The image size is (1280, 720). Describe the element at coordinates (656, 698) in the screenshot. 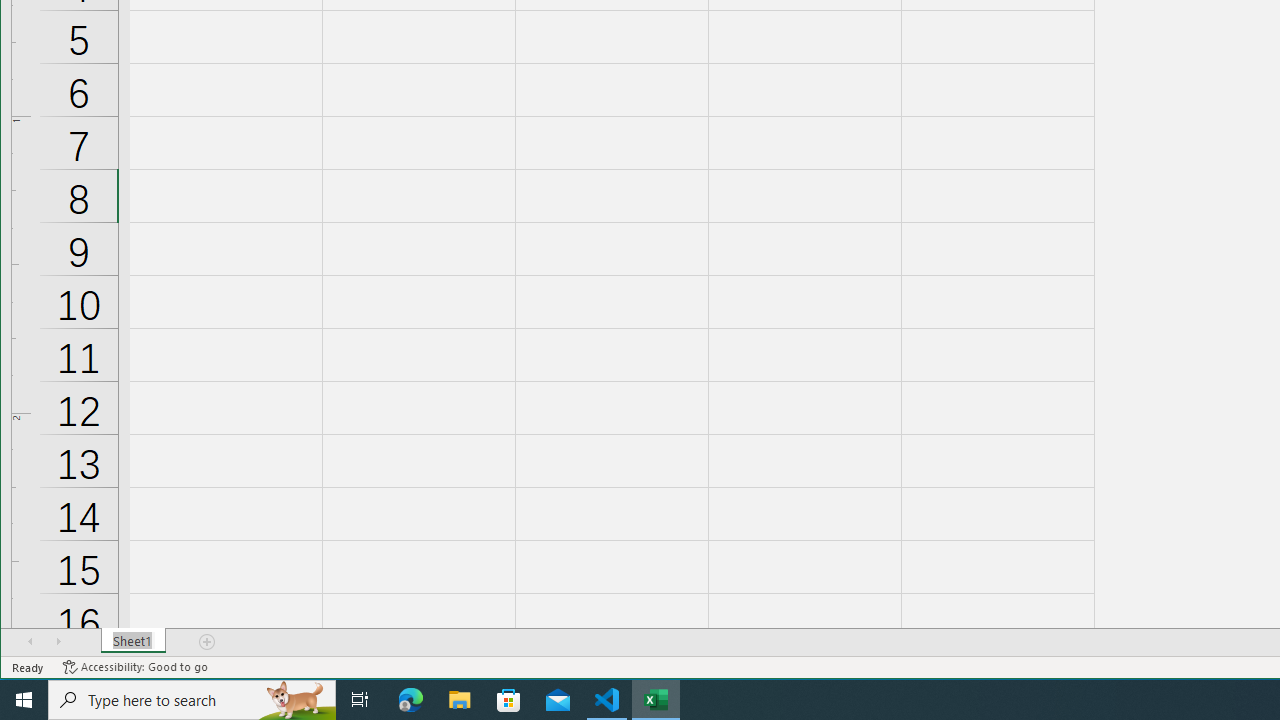

I see `'Excel - 1 running window'` at that location.